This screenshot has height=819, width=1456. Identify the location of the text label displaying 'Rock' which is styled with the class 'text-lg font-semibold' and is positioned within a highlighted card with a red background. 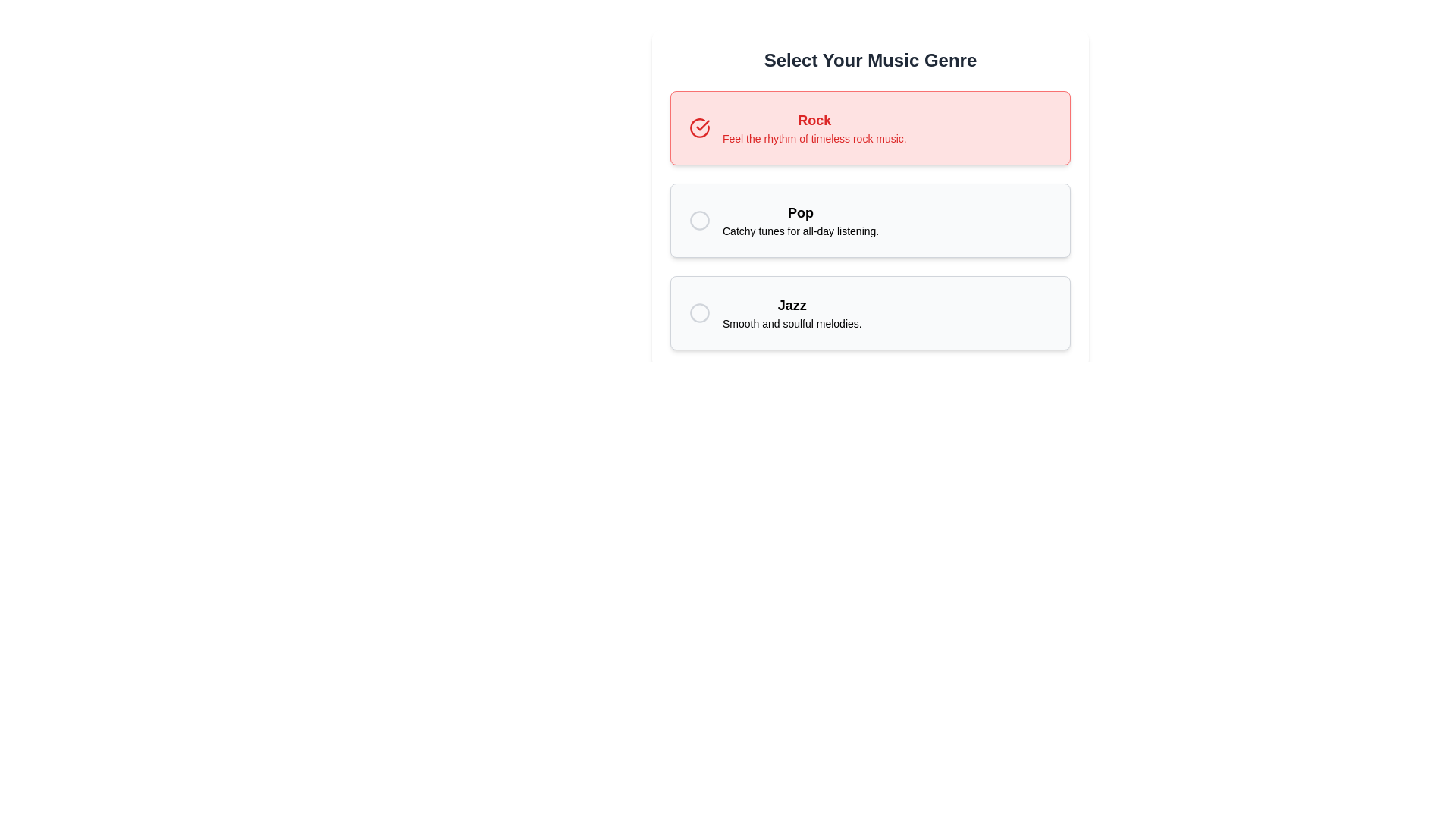
(814, 119).